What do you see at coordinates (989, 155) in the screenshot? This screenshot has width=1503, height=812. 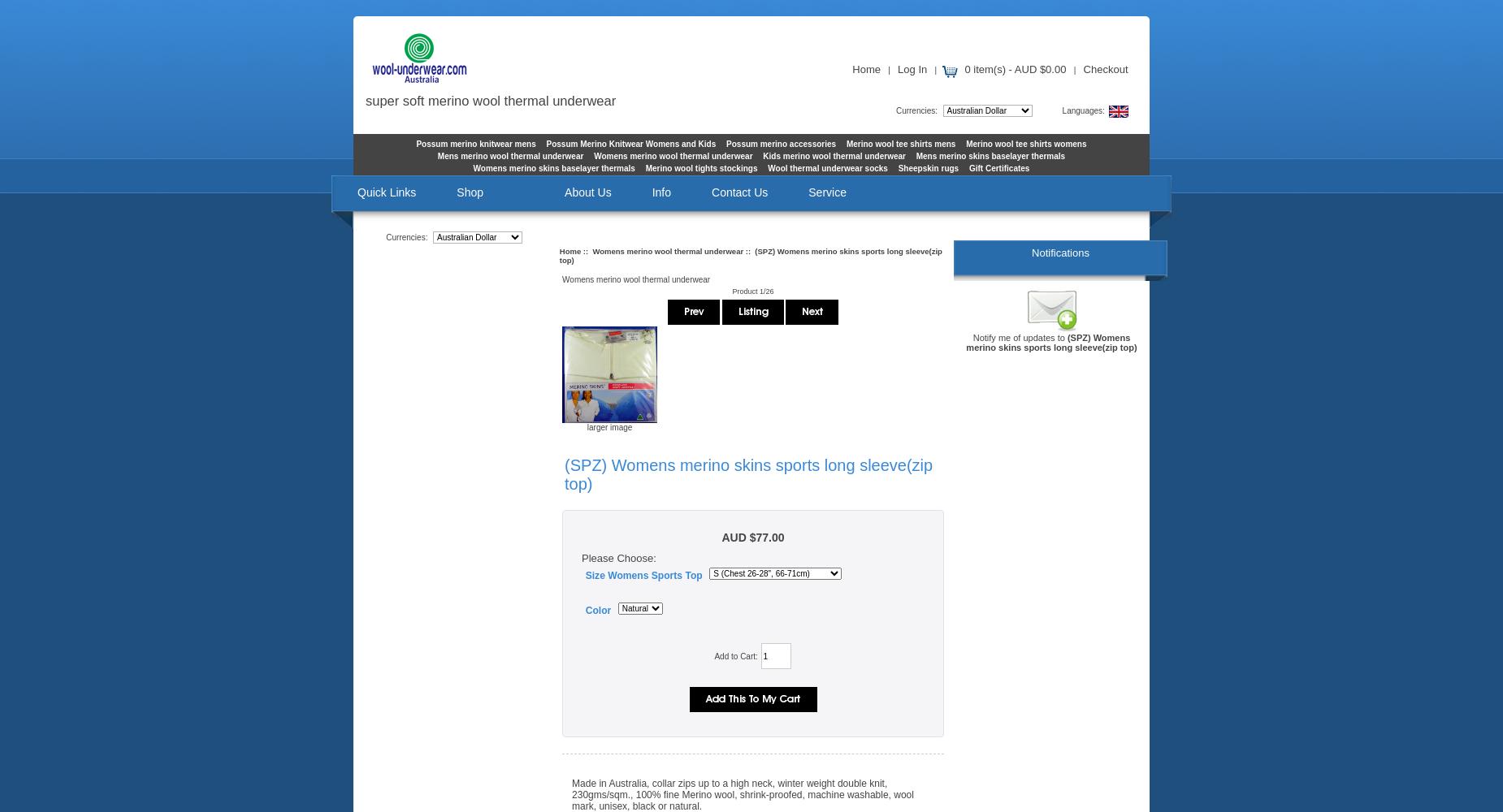 I see `'Mens merino skins baselayer thermals'` at bounding box center [989, 155].